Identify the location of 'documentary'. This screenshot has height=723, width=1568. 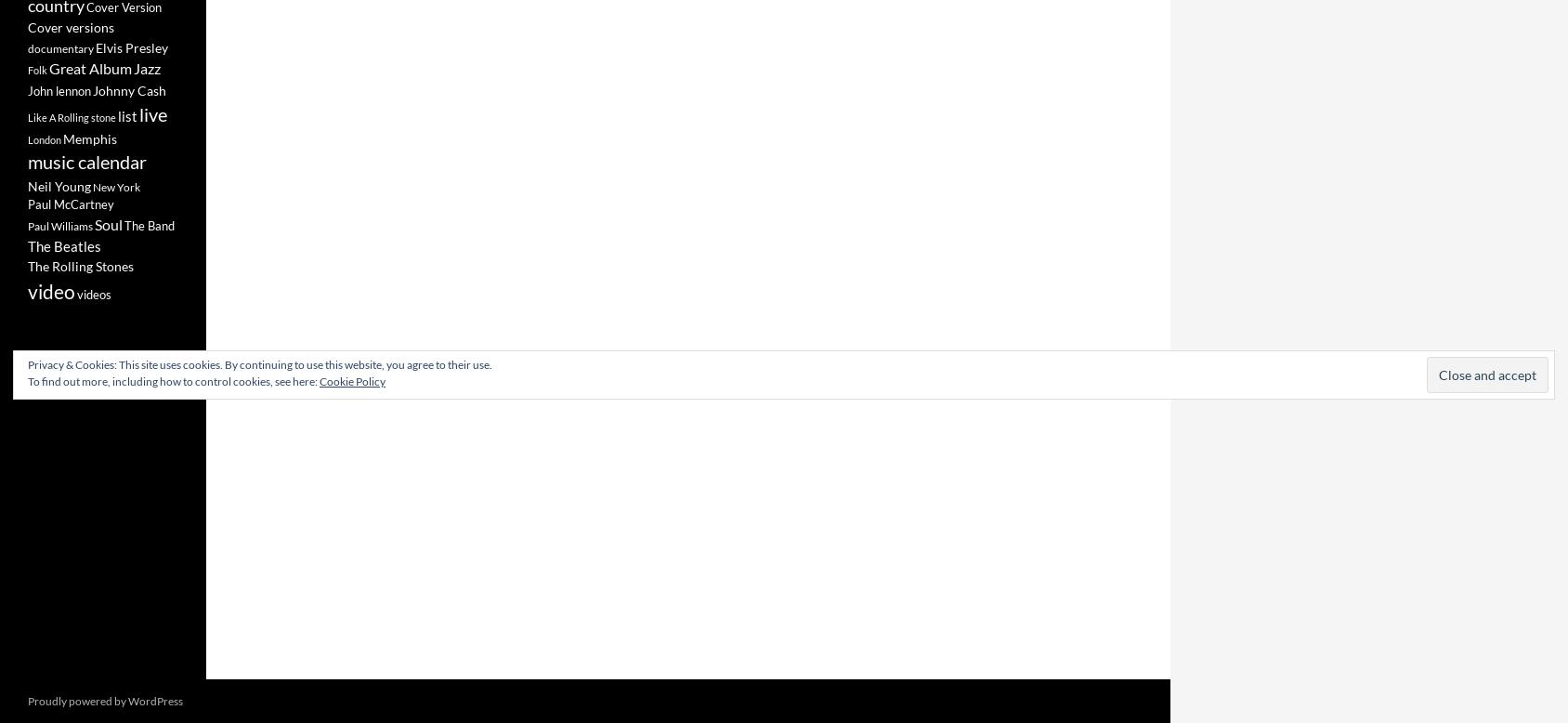
(59, 47).